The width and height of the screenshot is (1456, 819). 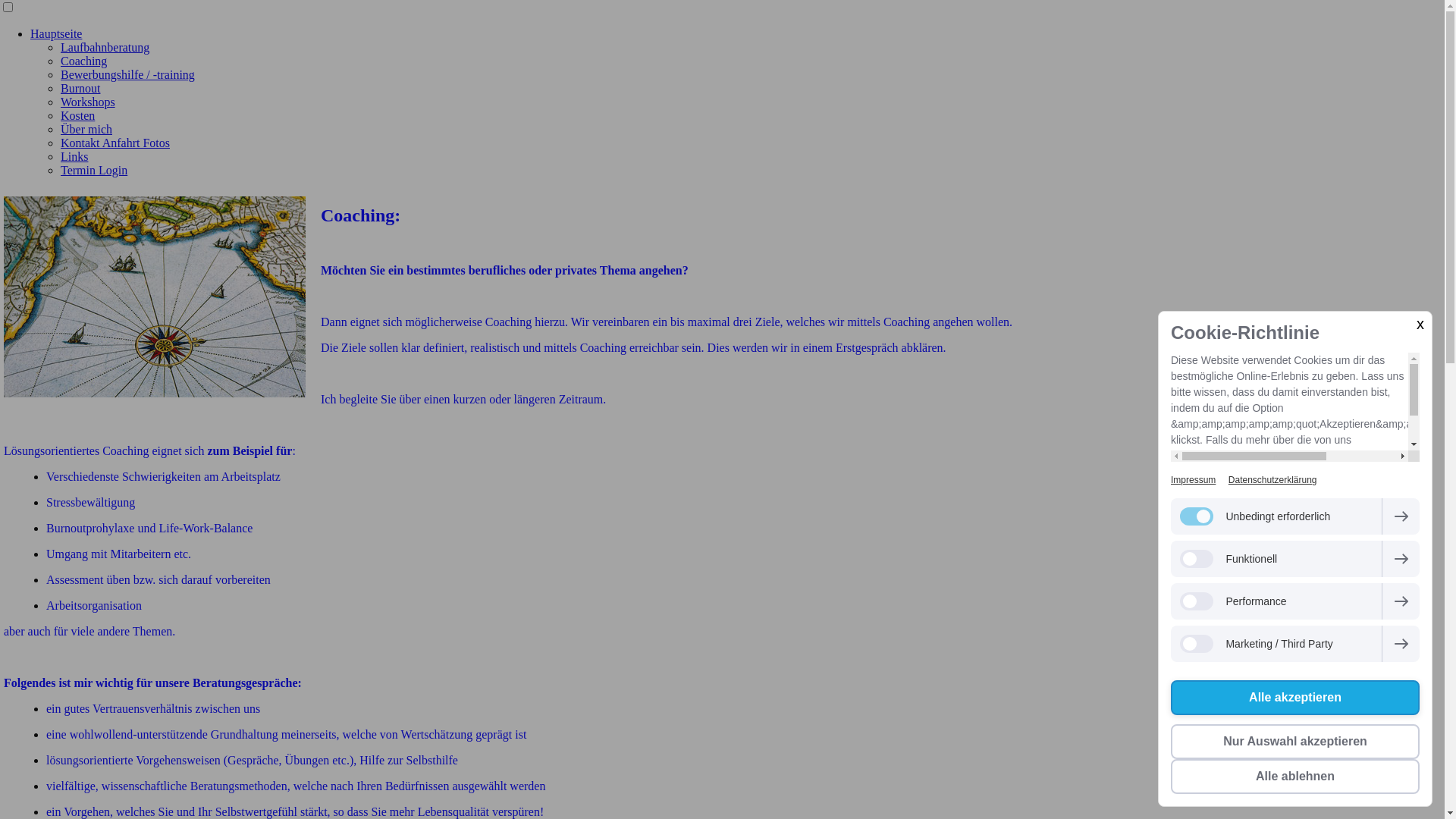 What do you see at coordinates (79, 88) in the screenshot?
I see `'Burnout'` at bounding box center [79, 88].